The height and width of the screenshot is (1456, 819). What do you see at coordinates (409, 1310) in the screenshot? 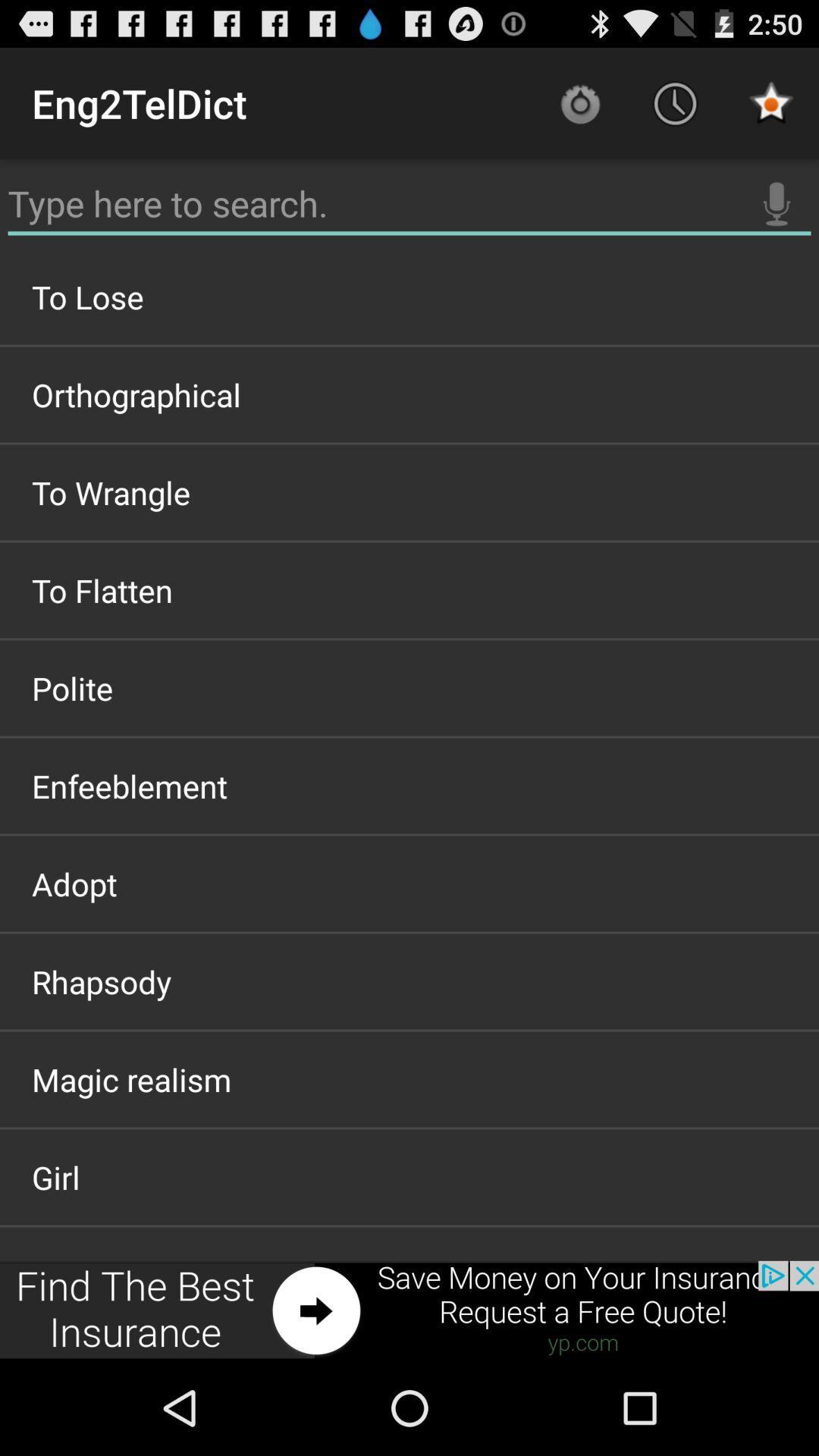
I see `advertising site` at bounding box center [409, 1310].